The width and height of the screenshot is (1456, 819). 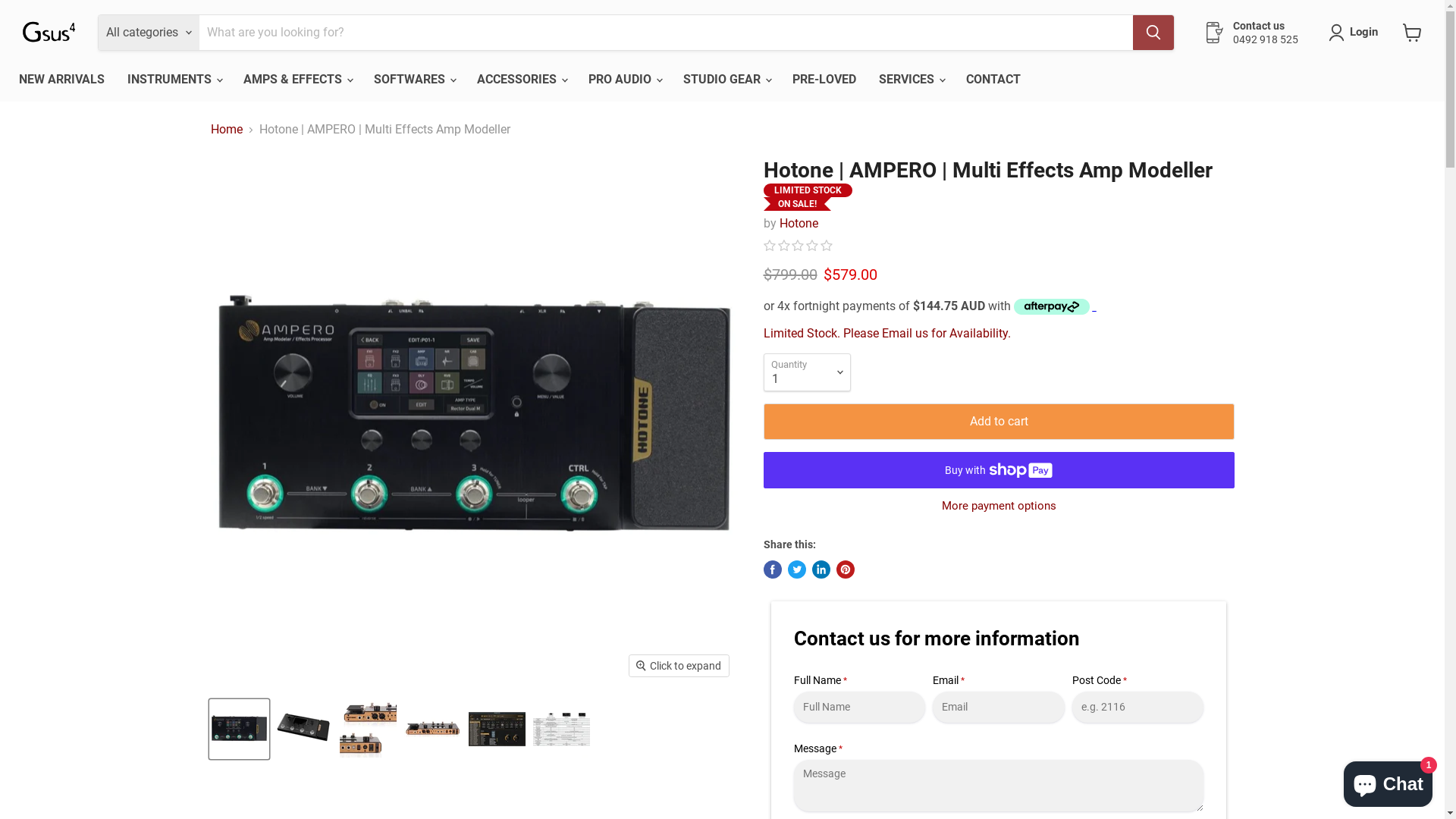 What do you see at coordinates (726, 79) in the screenshot?
I see `'STUDIO GEAR'` at bounding box center [726, 79].